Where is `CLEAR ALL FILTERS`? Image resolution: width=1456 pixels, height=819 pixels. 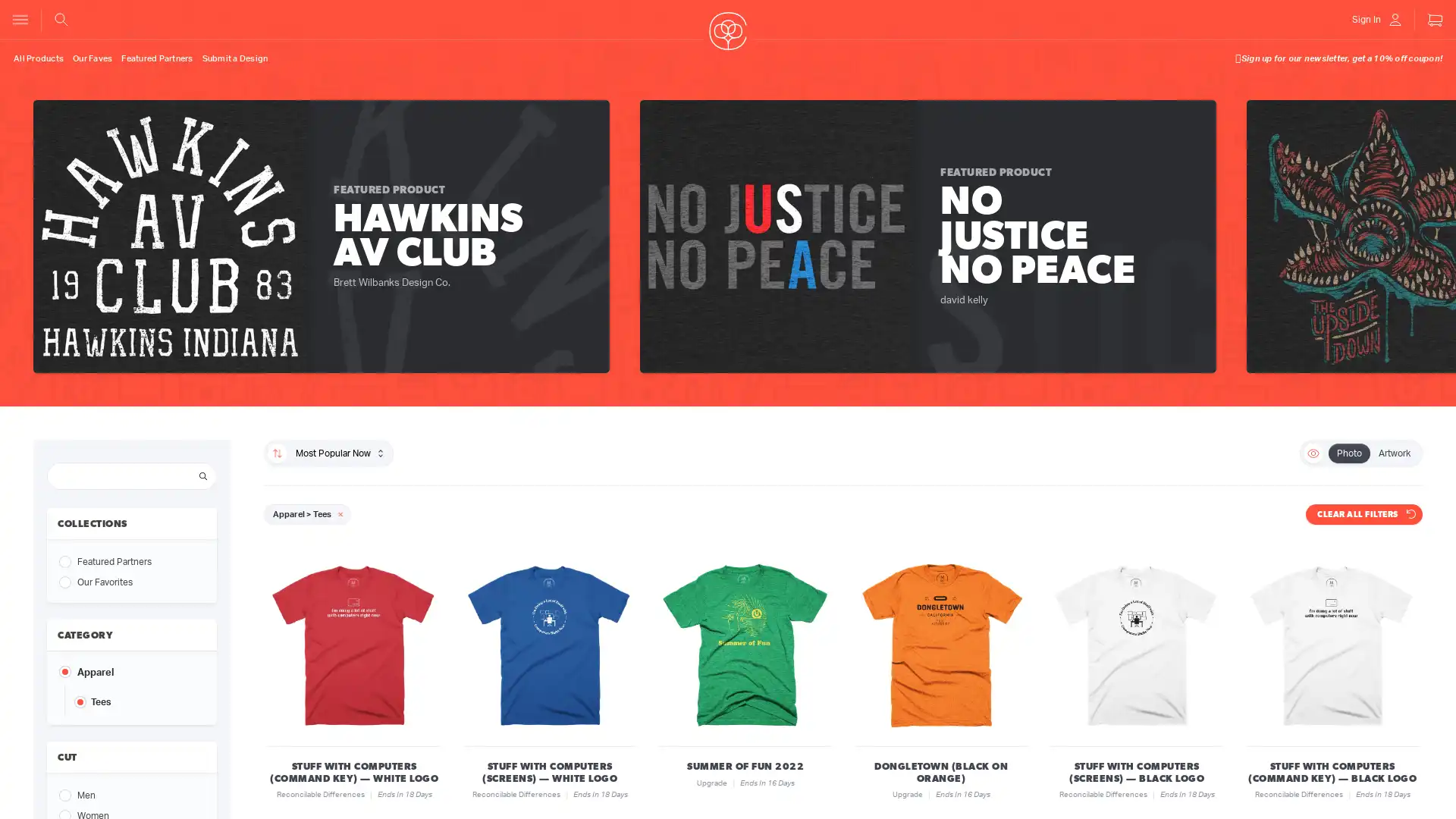
CLEAR ALL FILTERS is located at coordinates (1364, 513).